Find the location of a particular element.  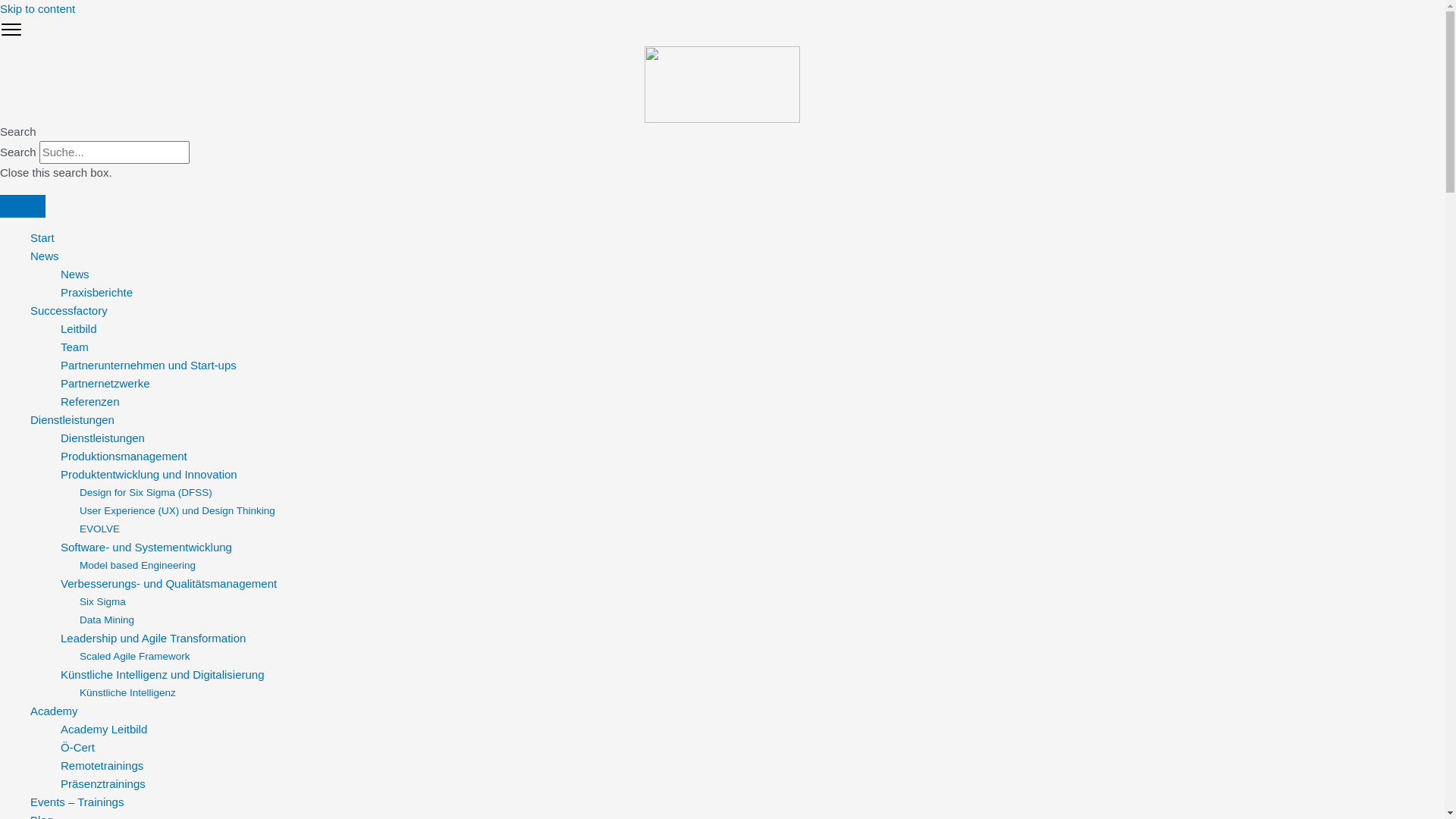

'Academy' is located at coordinates (54, 711).